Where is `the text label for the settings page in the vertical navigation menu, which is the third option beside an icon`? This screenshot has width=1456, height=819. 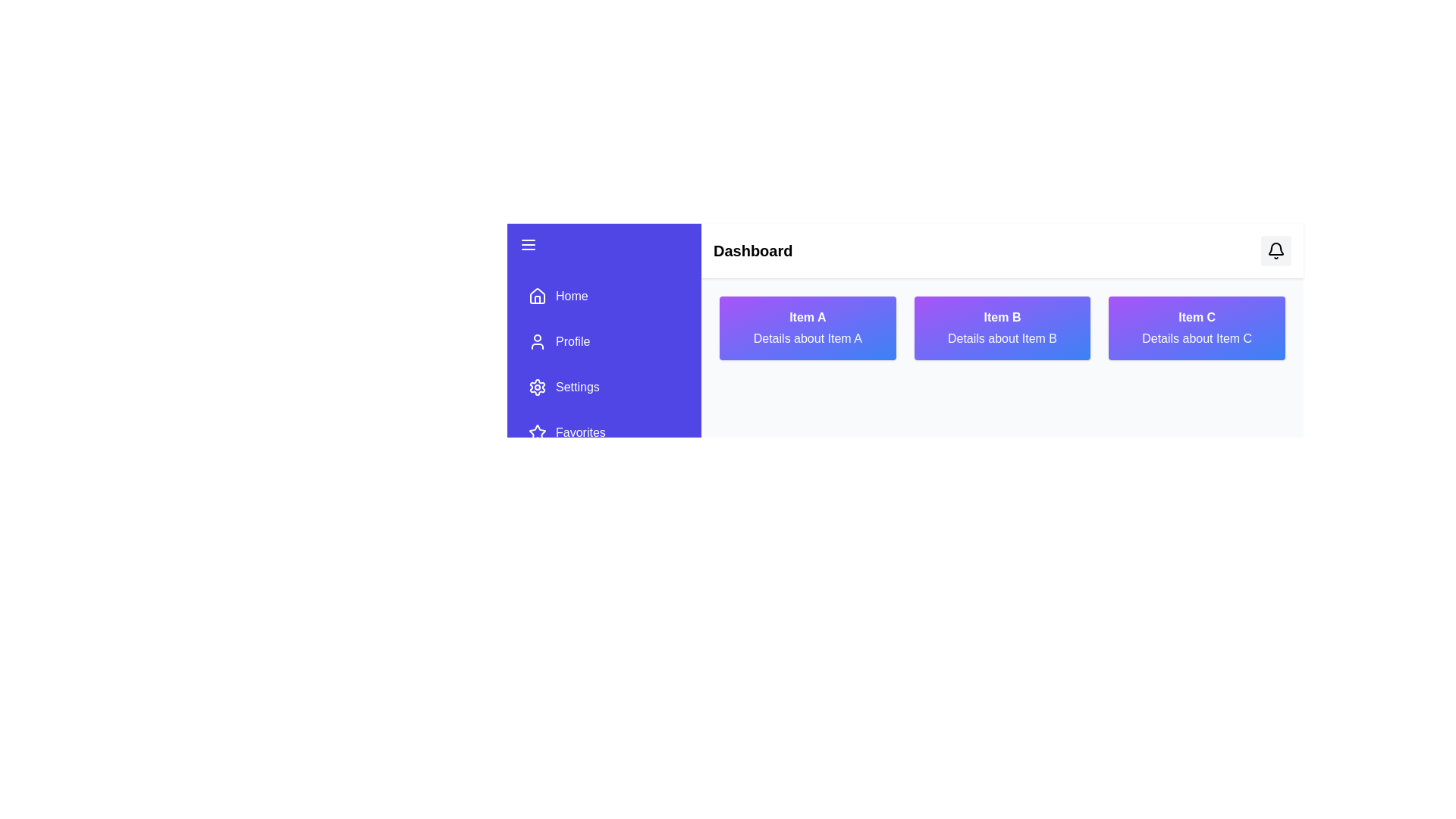
the text label for the settings page in the vertical navigation menu, which is the third option beside an icon is located at coordinates (576, 386).